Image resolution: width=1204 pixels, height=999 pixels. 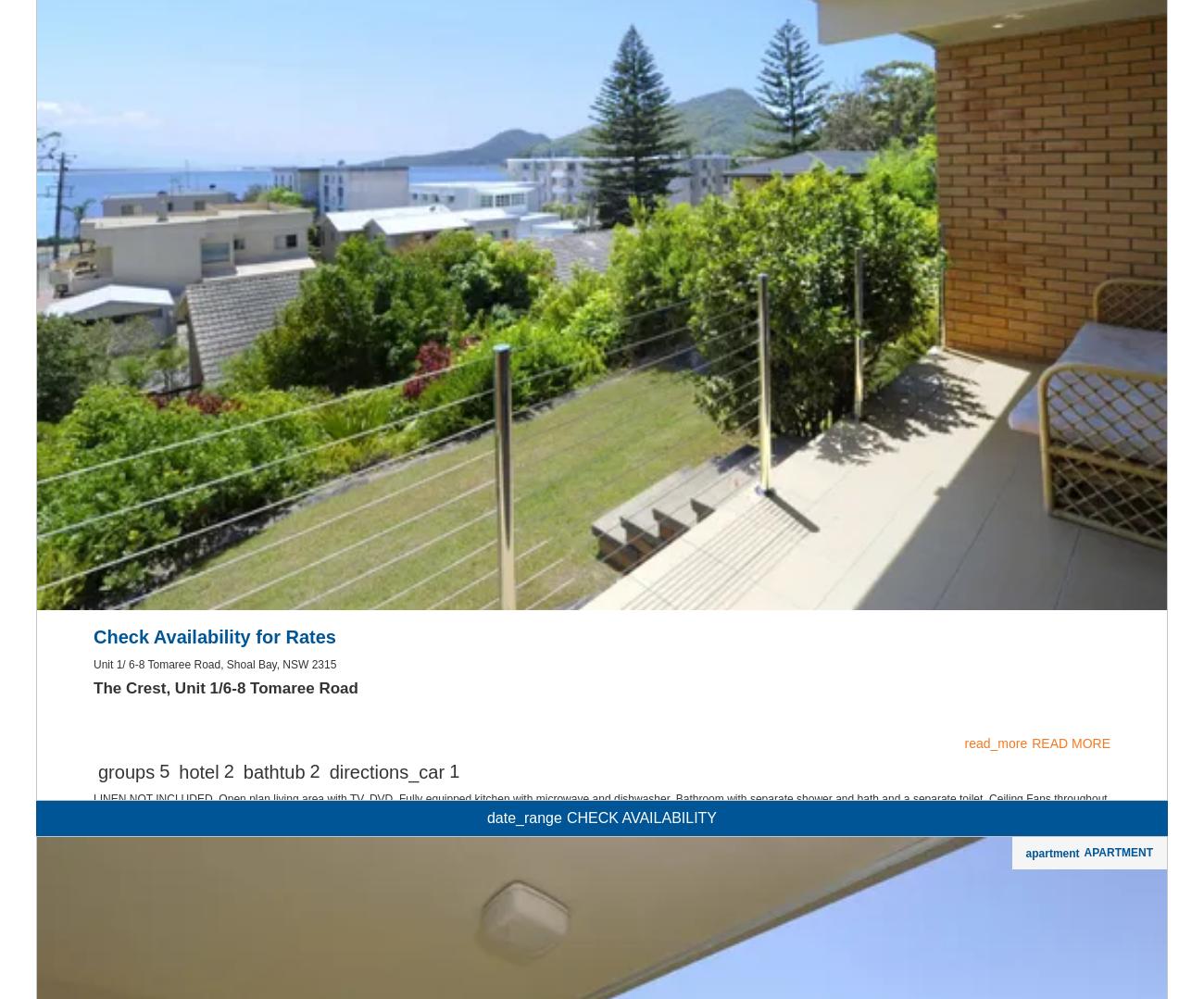 I want to click on 'Non-Smoking', so click(x=601, y=292).